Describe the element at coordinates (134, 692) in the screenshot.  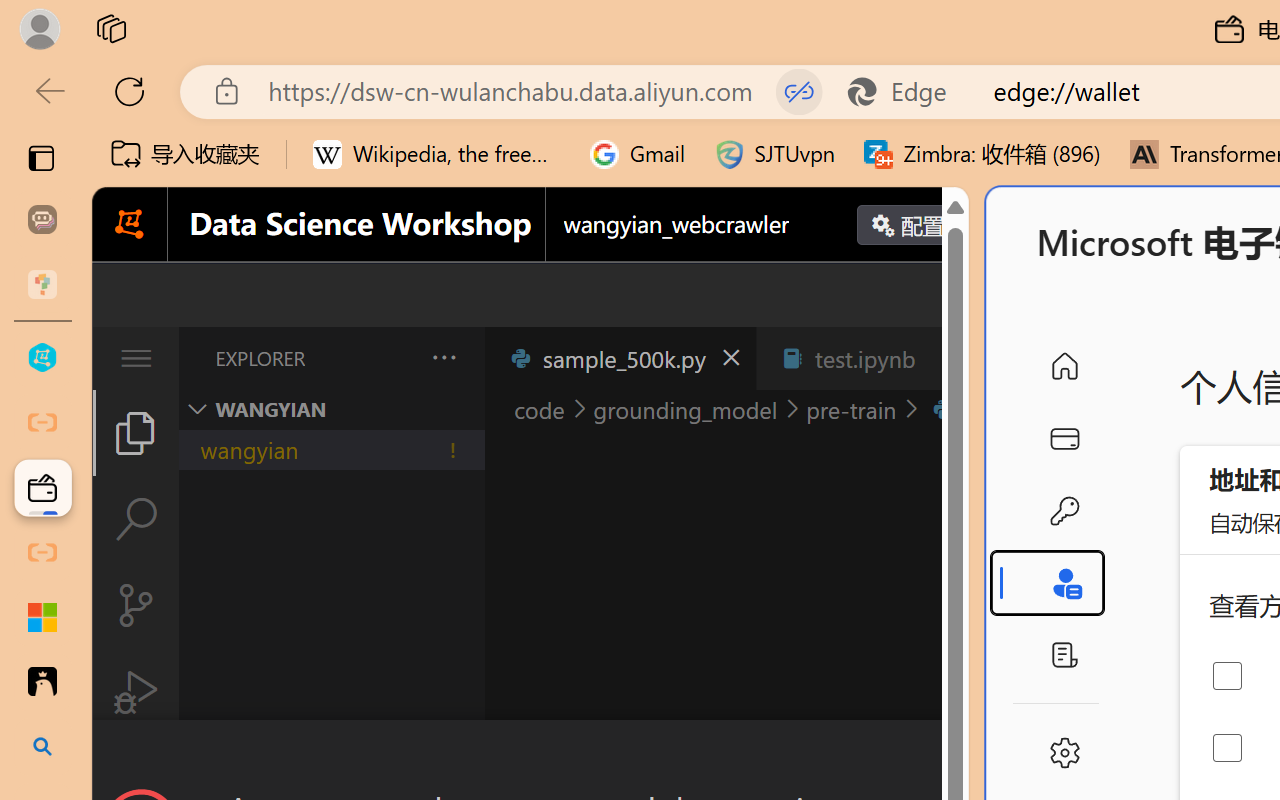
I see `'Run and Debug (Ctrl+Shift+D)'` at that location.